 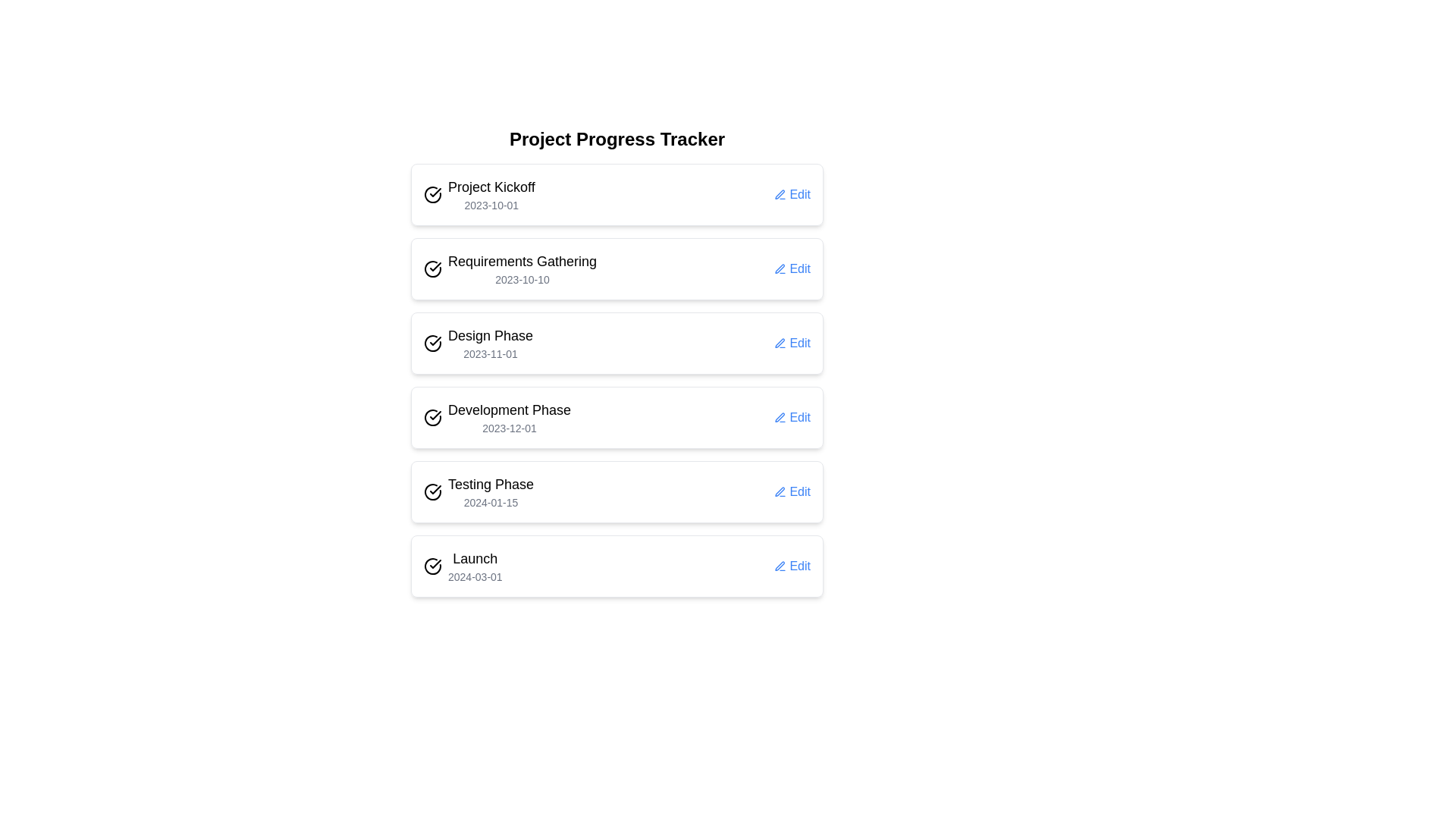 What do you see at coordinates (792, 566) in the screenshot?
I see `the 'Edit' button located at the bottom of the 'Launch 2024-03-01' card` at bounding box center [792, 566].